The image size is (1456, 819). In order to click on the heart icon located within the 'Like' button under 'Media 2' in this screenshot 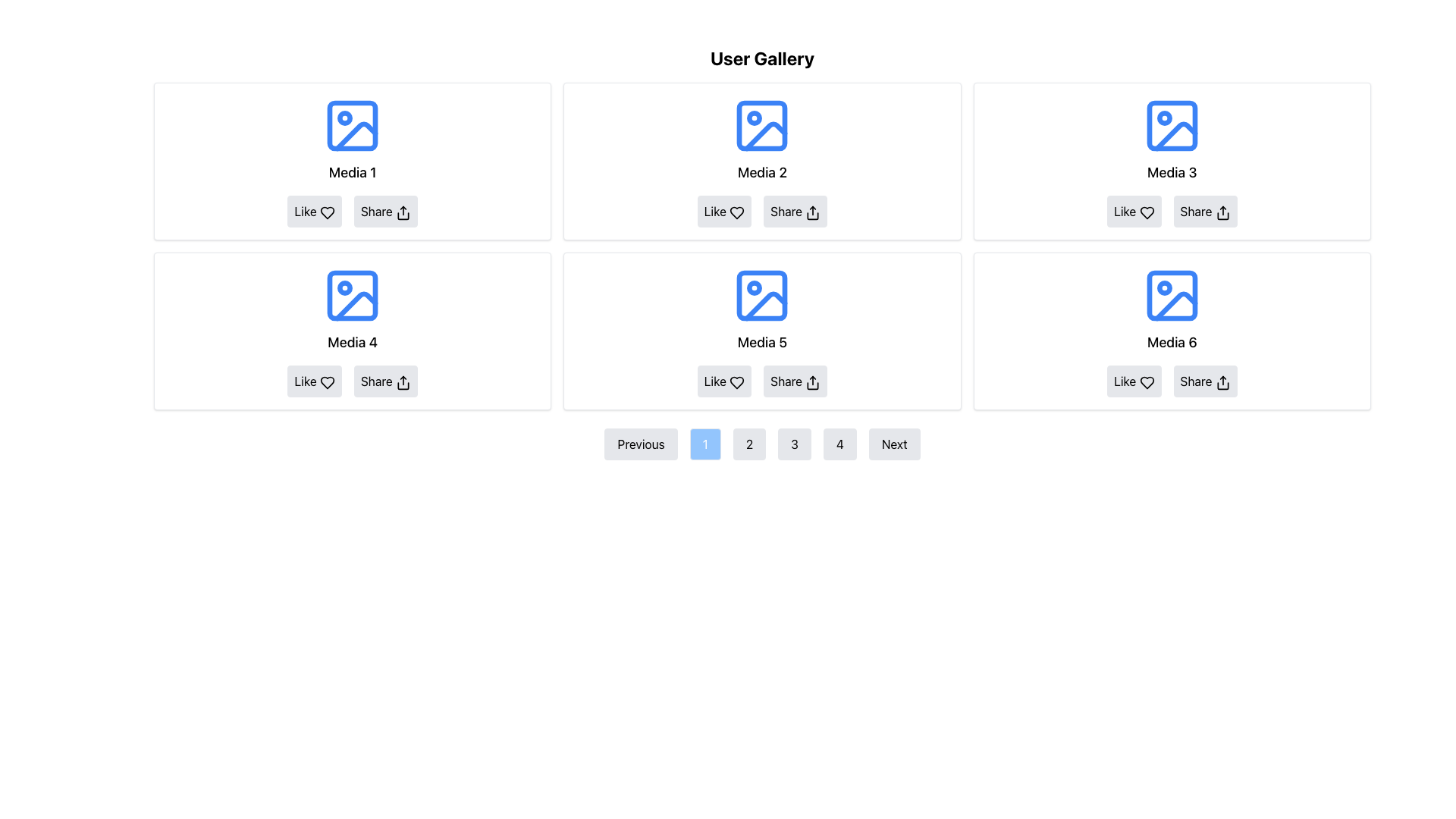, I will do `click(737, 212)`.